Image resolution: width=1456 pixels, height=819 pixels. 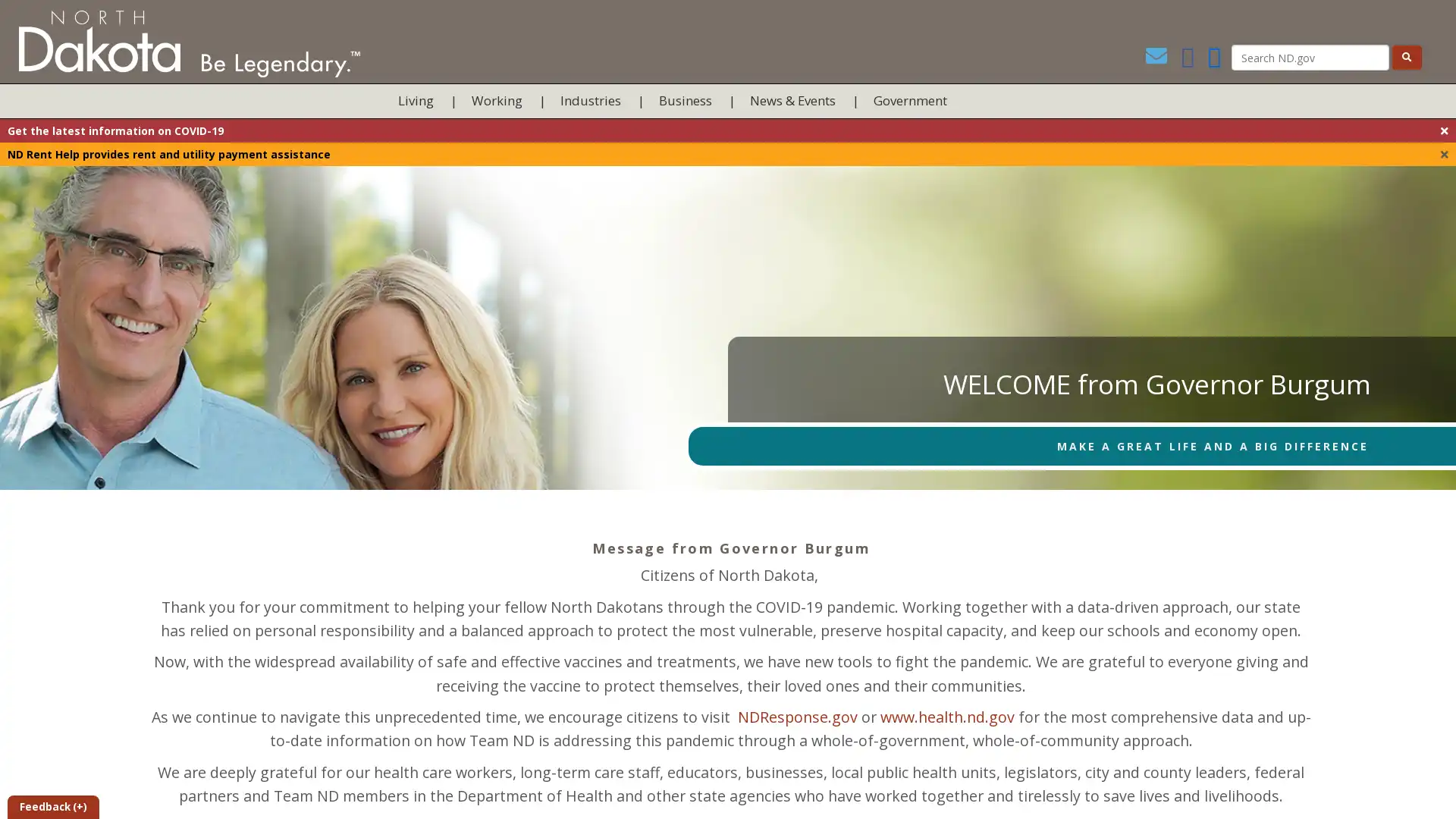 I want to click on Follow Us on Twitter, so click(x=1214, y=58).